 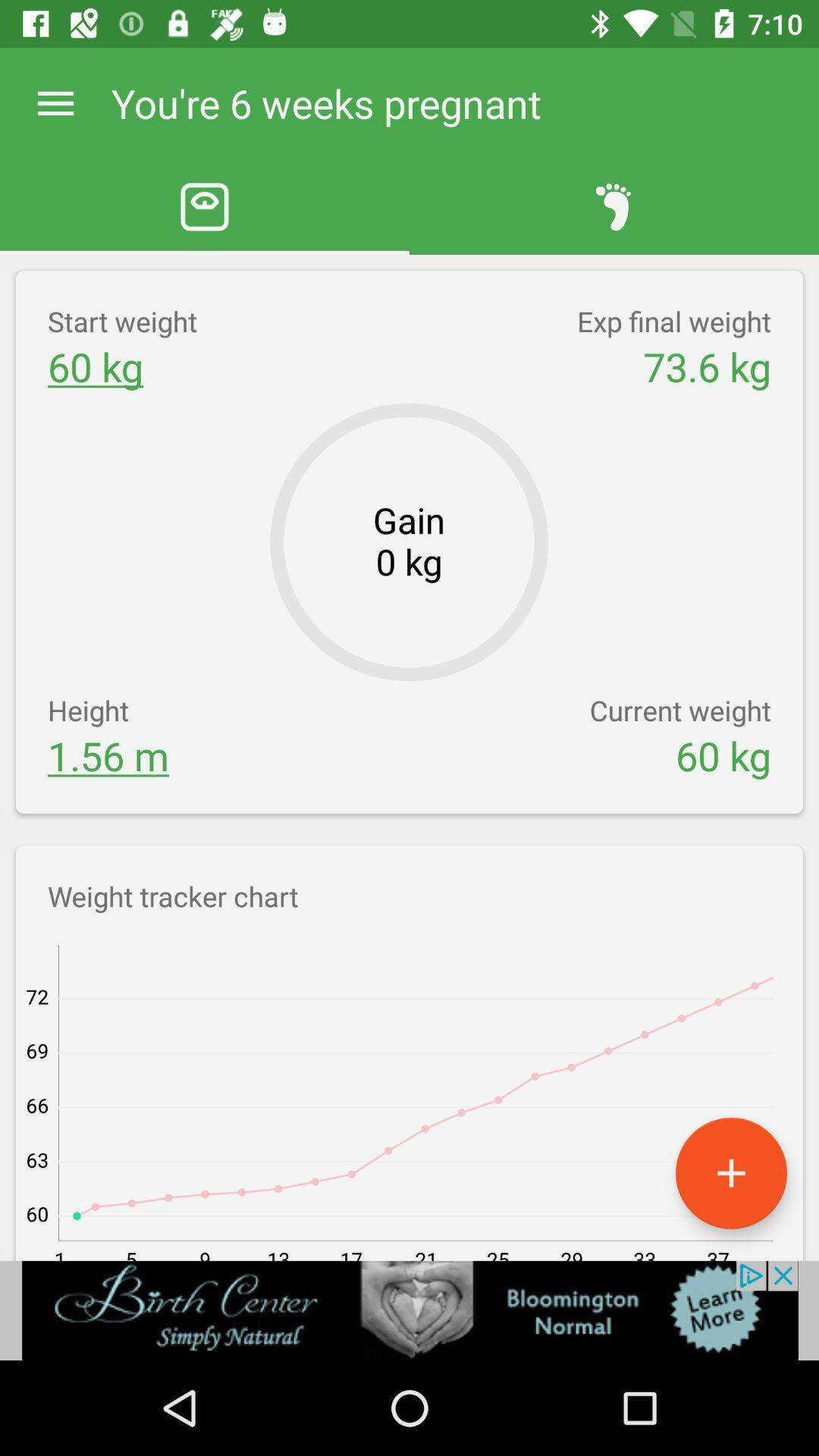 I want to click on the add icon, so click(x=730, y=1172).